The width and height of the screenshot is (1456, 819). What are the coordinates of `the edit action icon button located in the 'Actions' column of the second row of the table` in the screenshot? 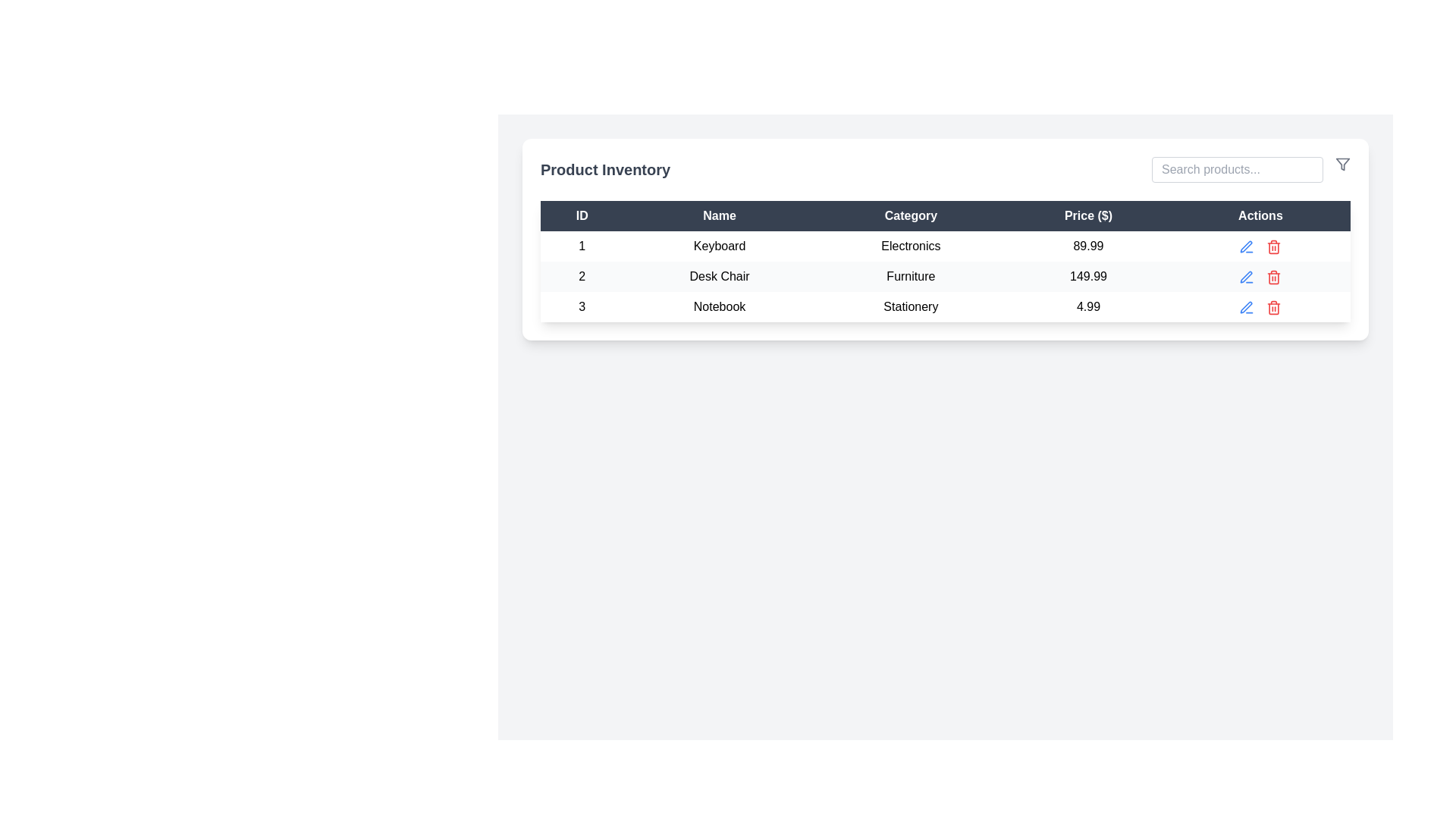 It's located at (1247, 277).